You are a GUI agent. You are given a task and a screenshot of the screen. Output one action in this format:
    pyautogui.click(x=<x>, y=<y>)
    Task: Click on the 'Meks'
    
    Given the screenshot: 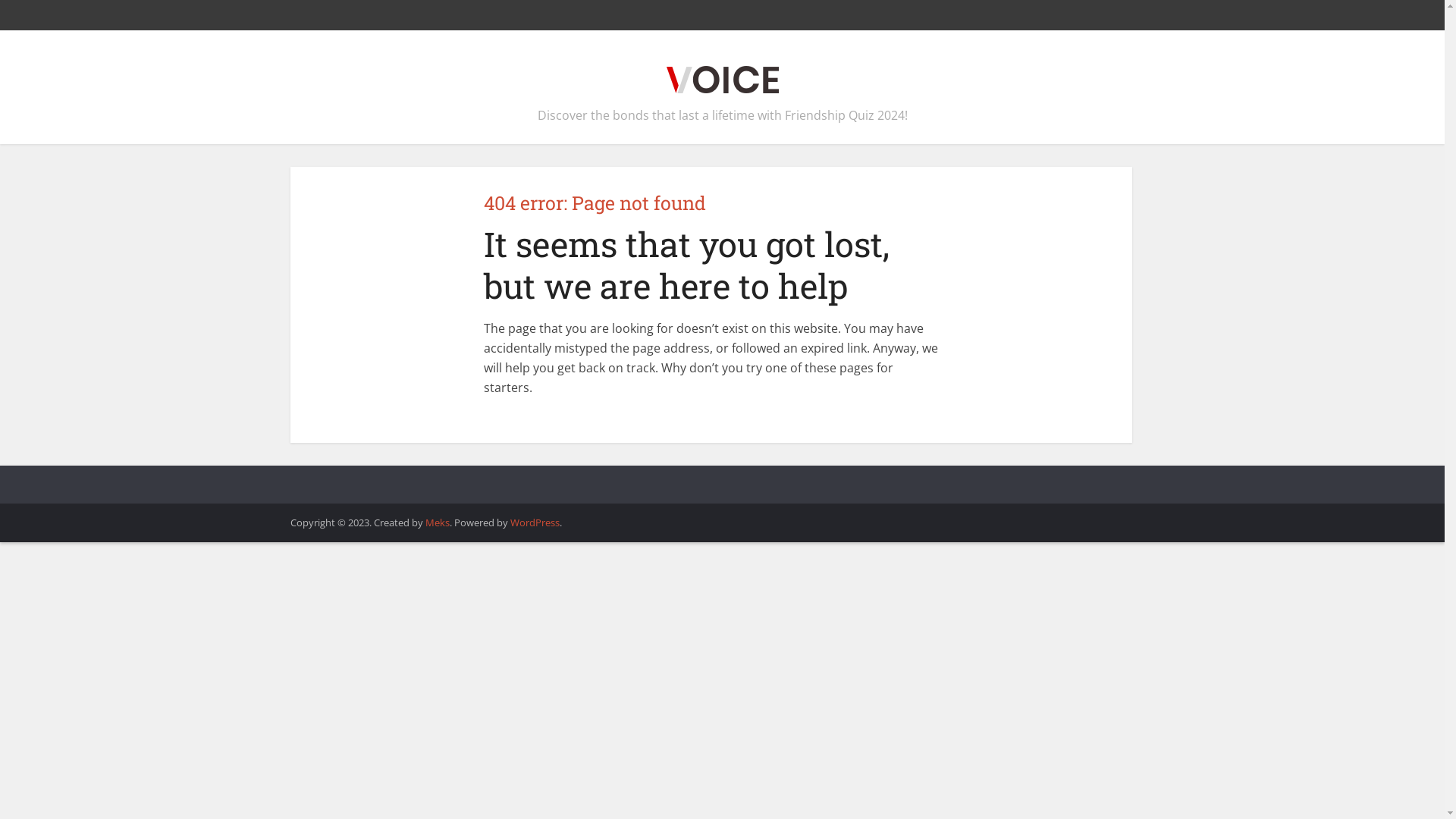 What is the action you would take?
    pyautogui.click(x=436, y=522)
    